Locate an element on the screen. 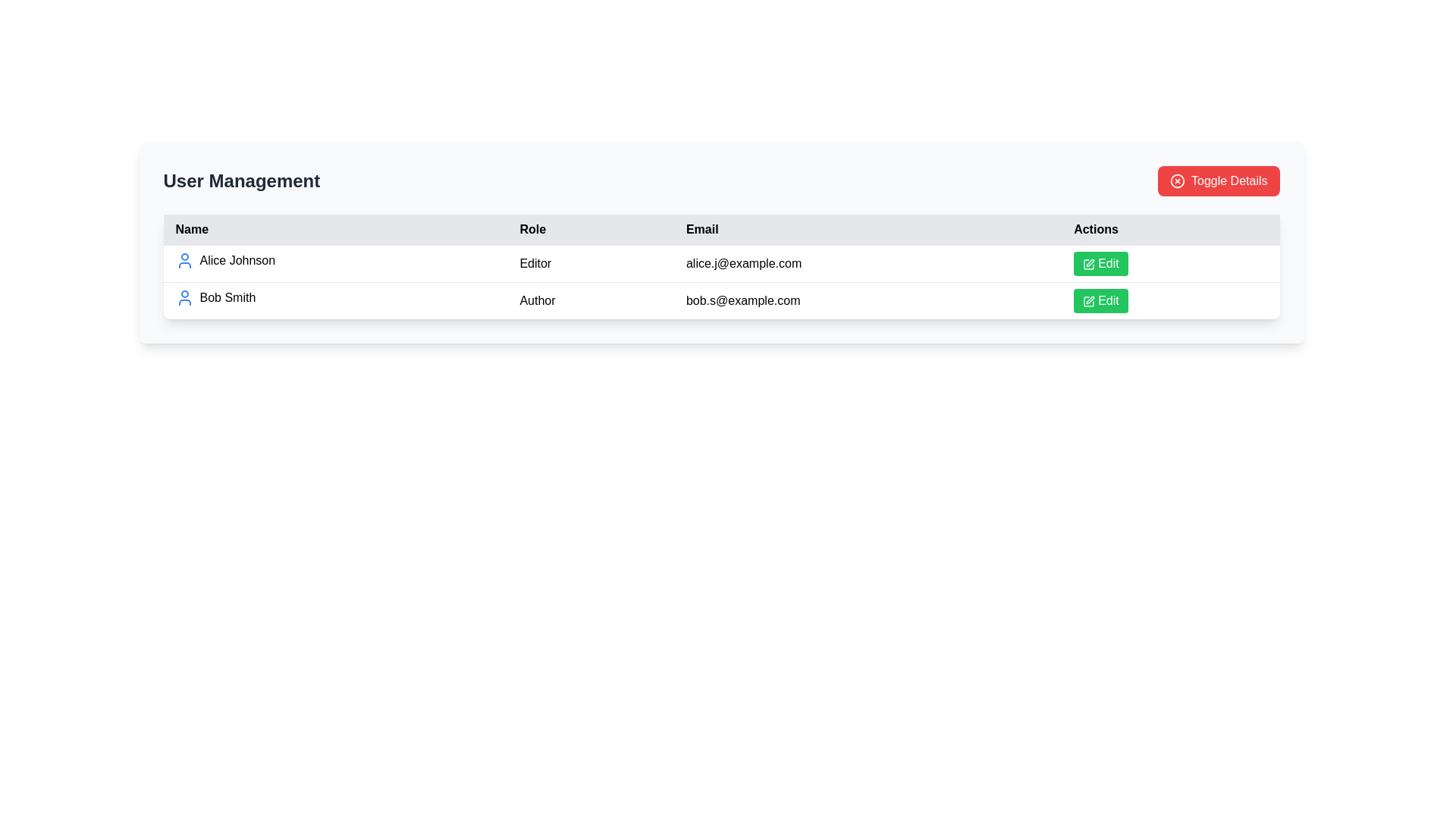 This screenshot has width=1456, height=819. the second 'Edit' button with a green background and white text labeled 'Edit' in the 'Actions' column of the user table, aligned with 'Bob Smith' in the 'Name' column is located at coordinates (1100, 301).